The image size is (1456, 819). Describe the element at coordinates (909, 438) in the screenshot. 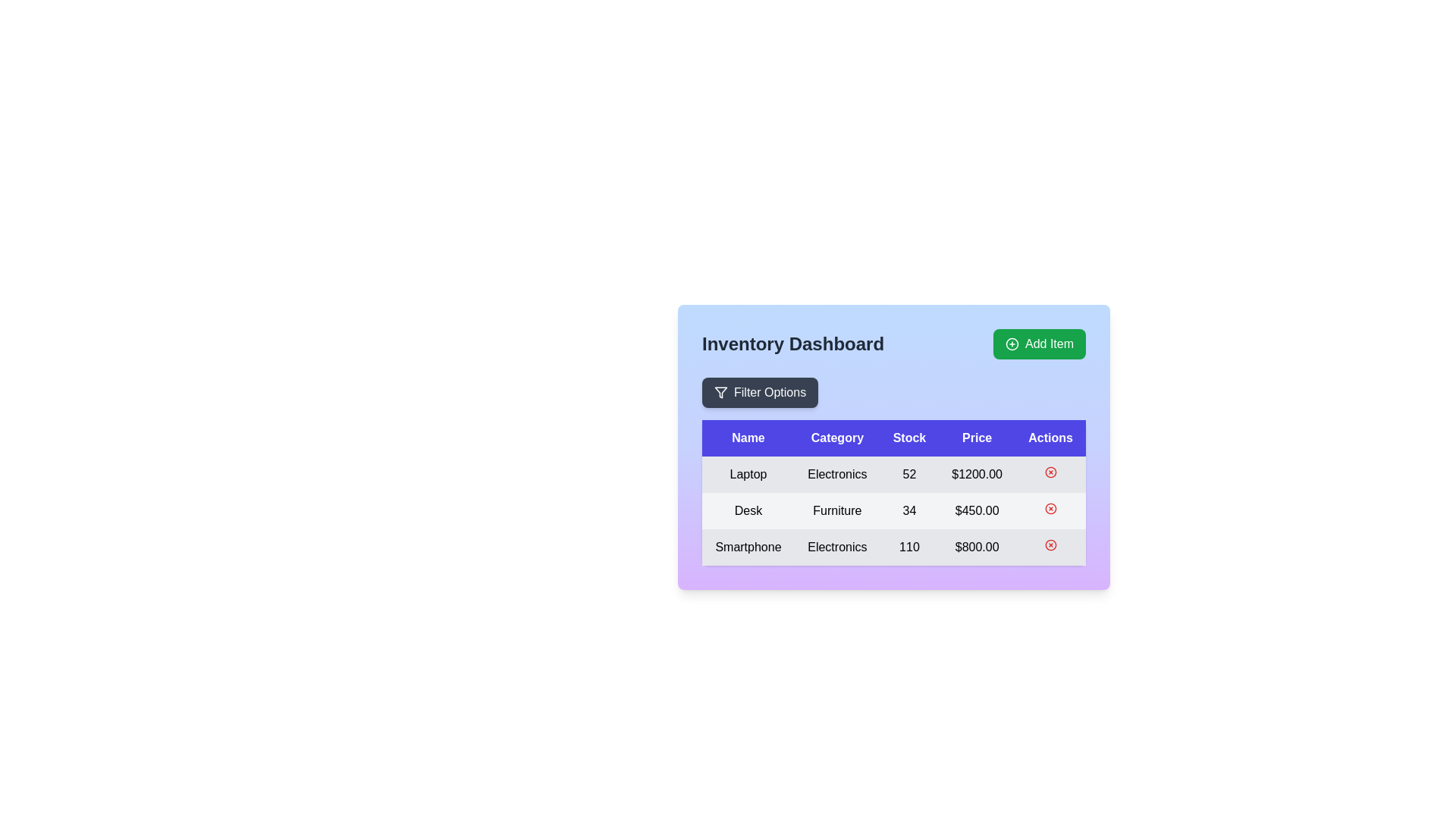

I see `the 'Stock' column label in the table headers, which is the third item from the left, positioned between 'Category' and 'Price'` at that location.